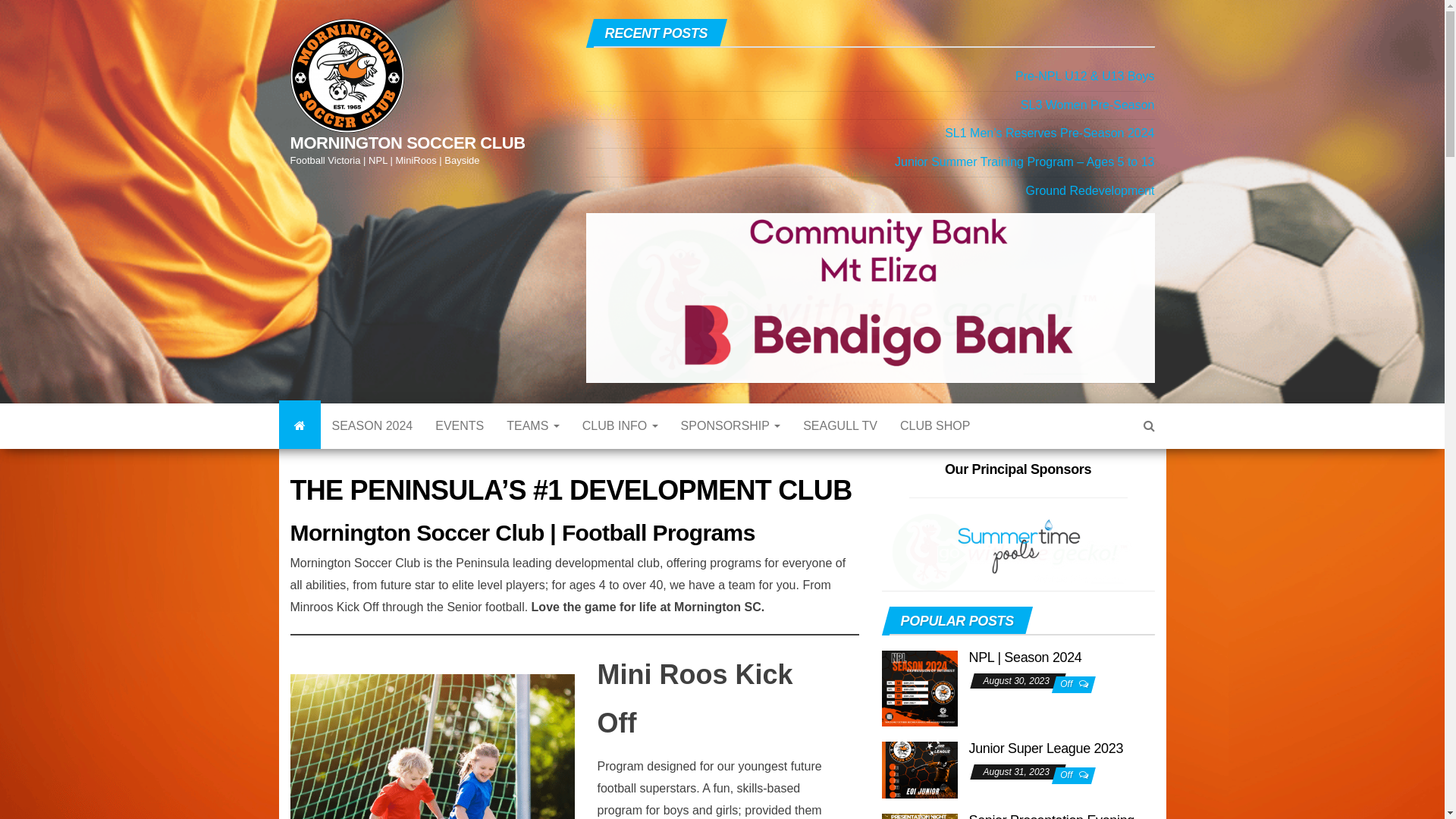 The height and width of the screenshot is (819, 1456). Describe the element at coordinates (372, 447) in the screenshot. I see `'SEASON 2024'` at that location.